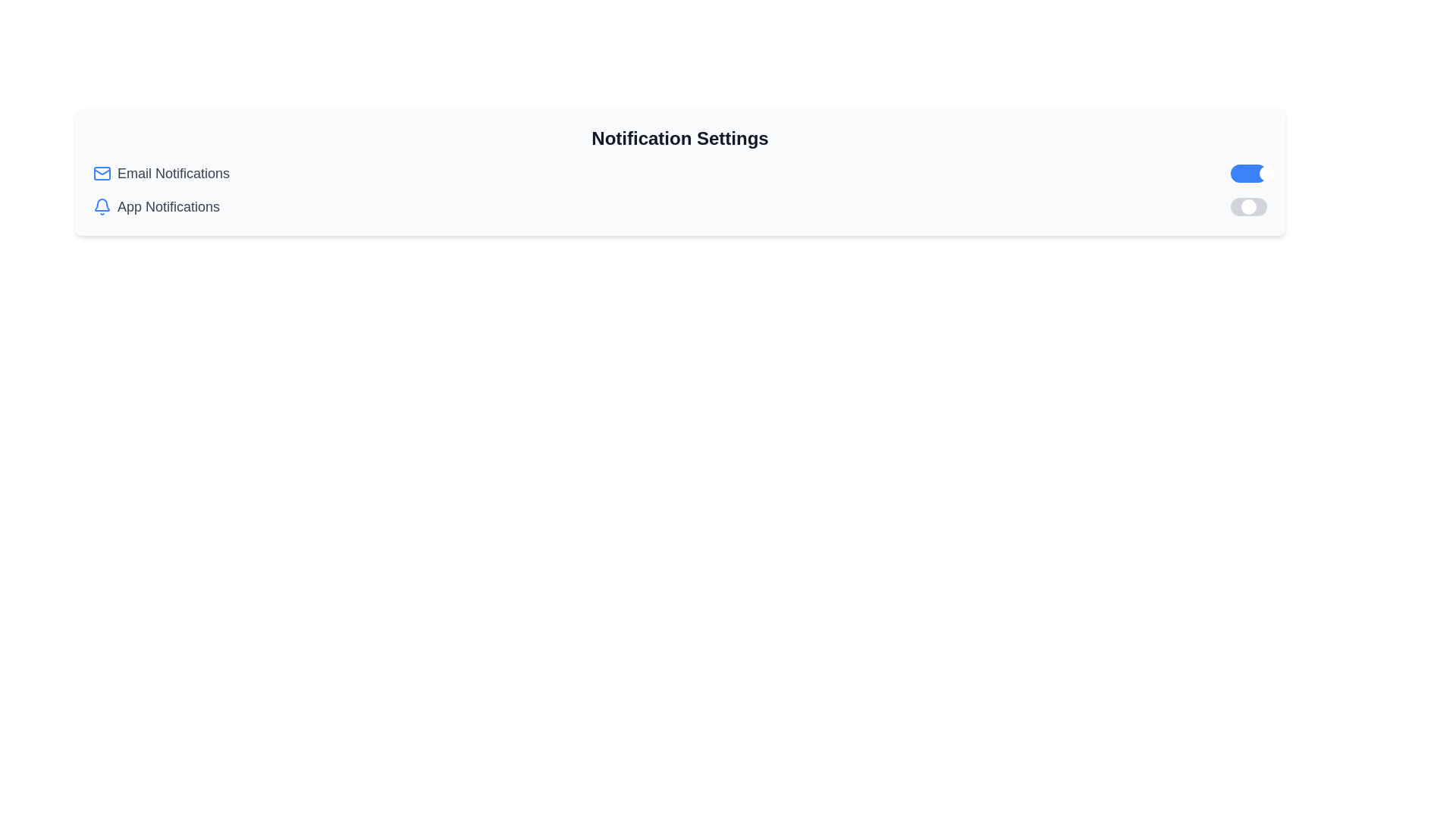 This screenshot has height=819, width=1456. I want to click on the toggle knob located, so click(1248, 207).